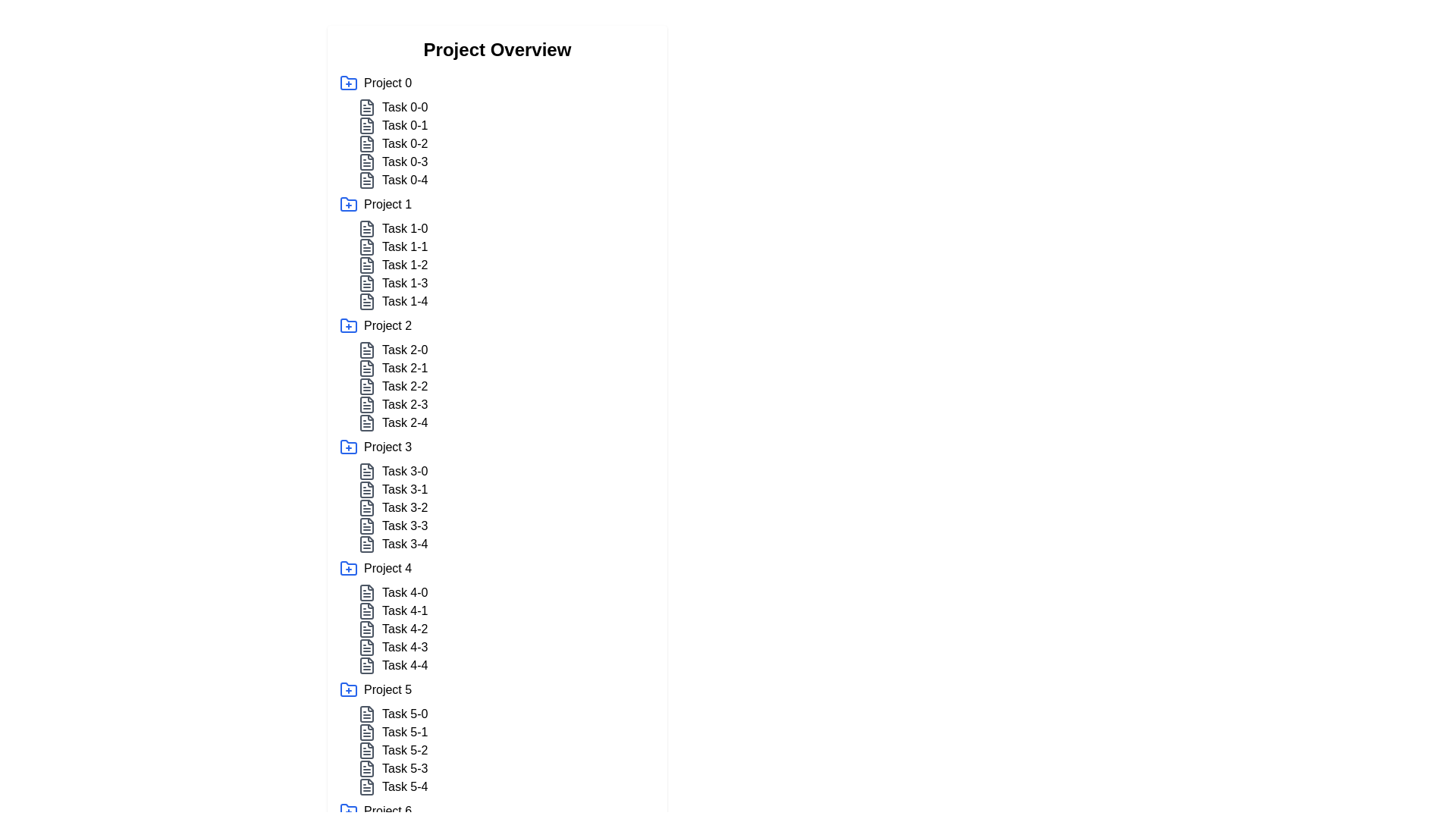 This screenshot has height=819, width=1456. Describe the element at coordinates (367, 228) in the screenshot. I see `the document icon that is styled as an SVG and is gray in color, located next to the text 'Task 1-0'` at that location.